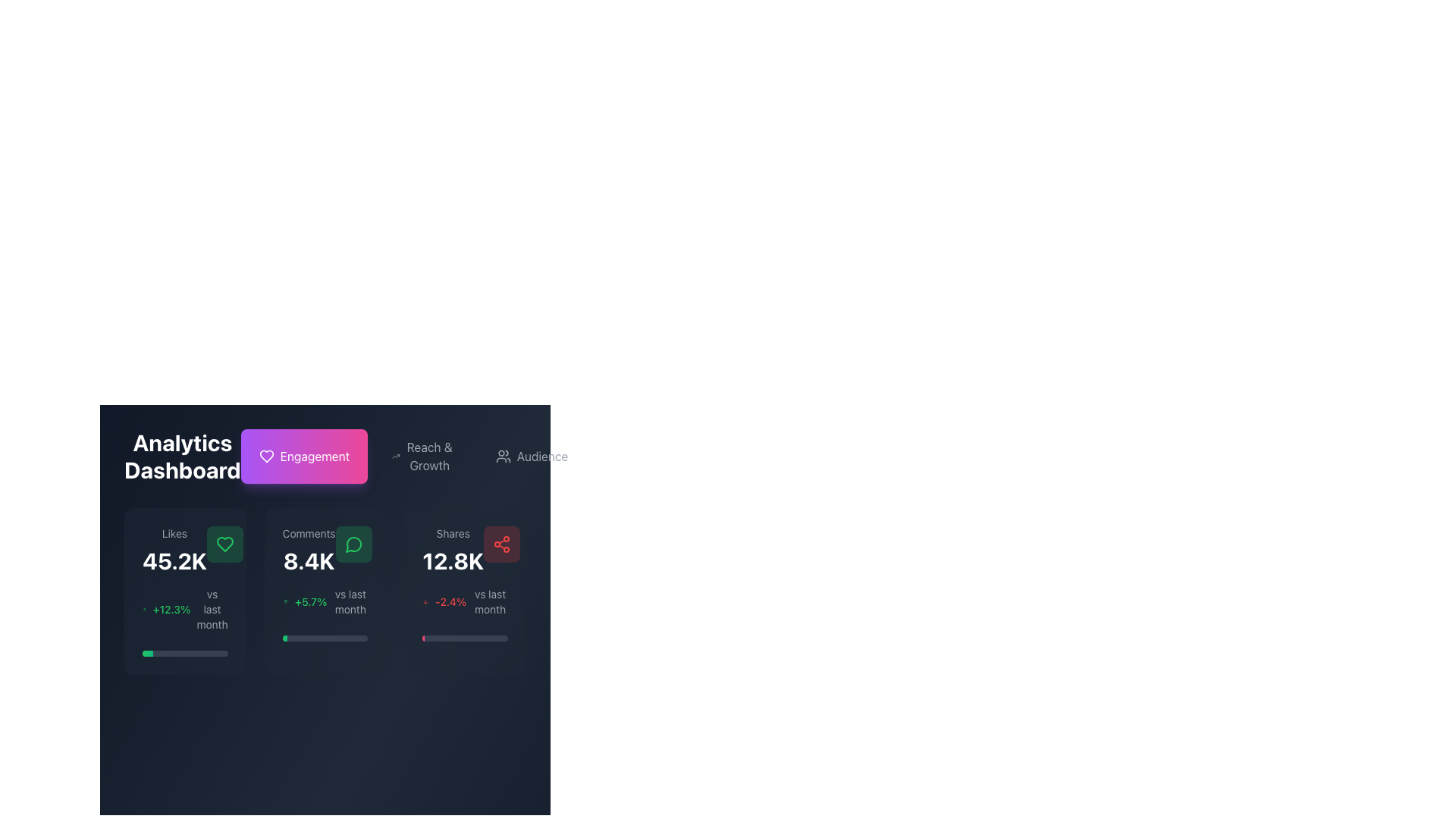 This screenshot has width=1456, height=819. I want to click on the horizontal progress bar with a dark gray background and rounded corners, which is located at the bottom of the card displaying 'Likes' statistics, so click(184, 652).